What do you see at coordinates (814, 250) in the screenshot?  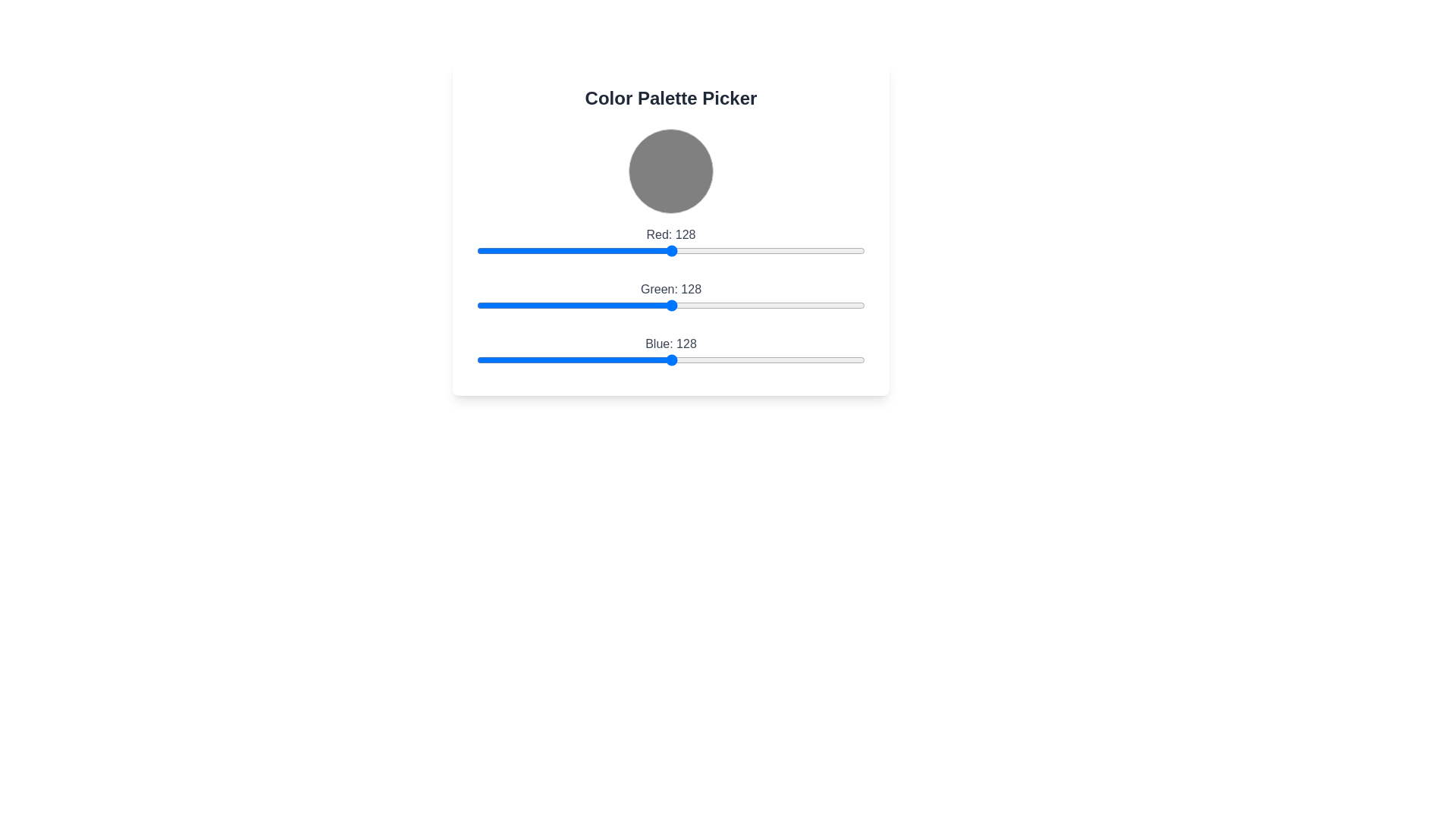 I see `the red color component` at bounding box center [814, 250].